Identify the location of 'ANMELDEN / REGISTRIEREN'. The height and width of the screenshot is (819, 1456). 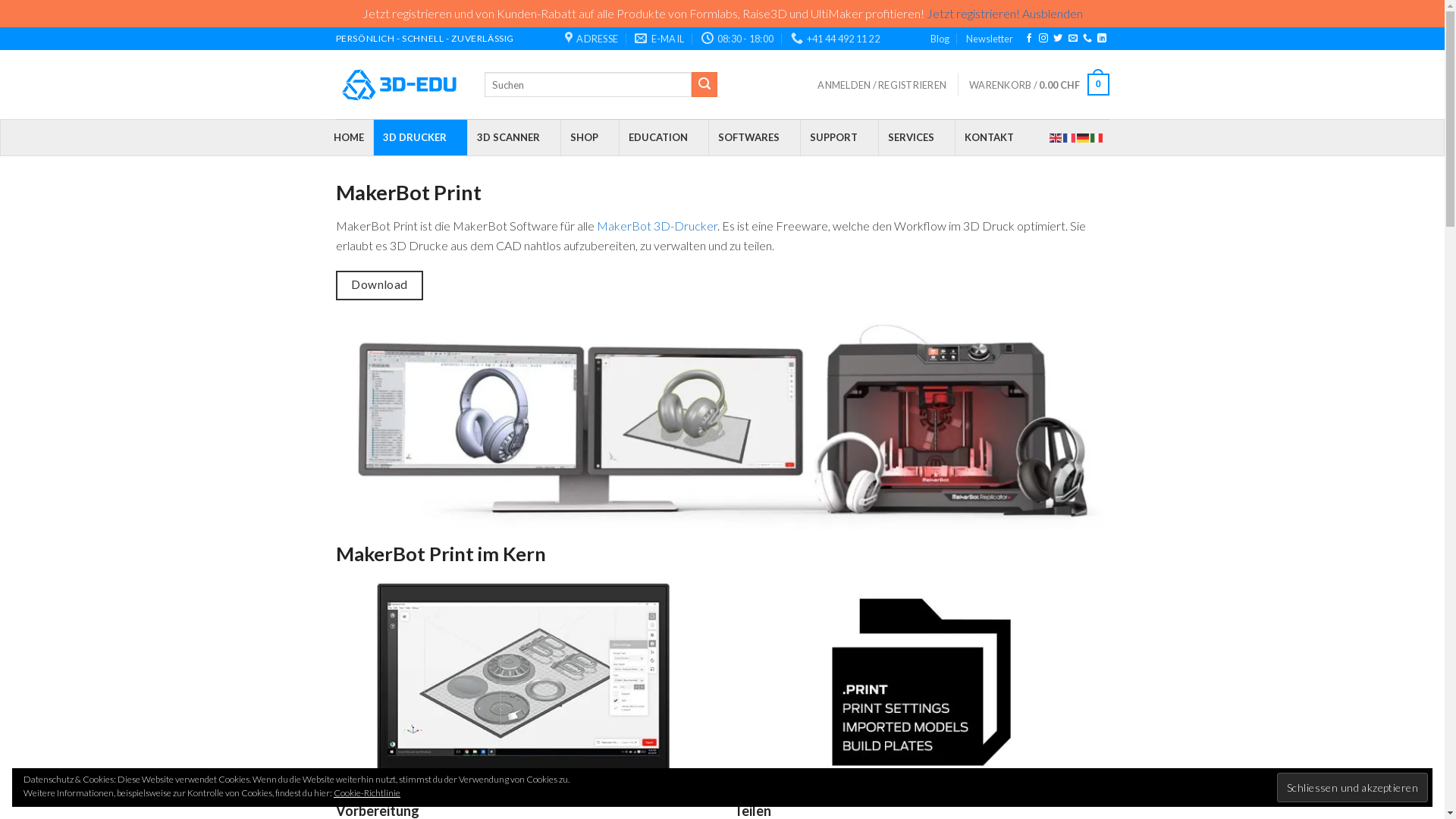
(881, 84).